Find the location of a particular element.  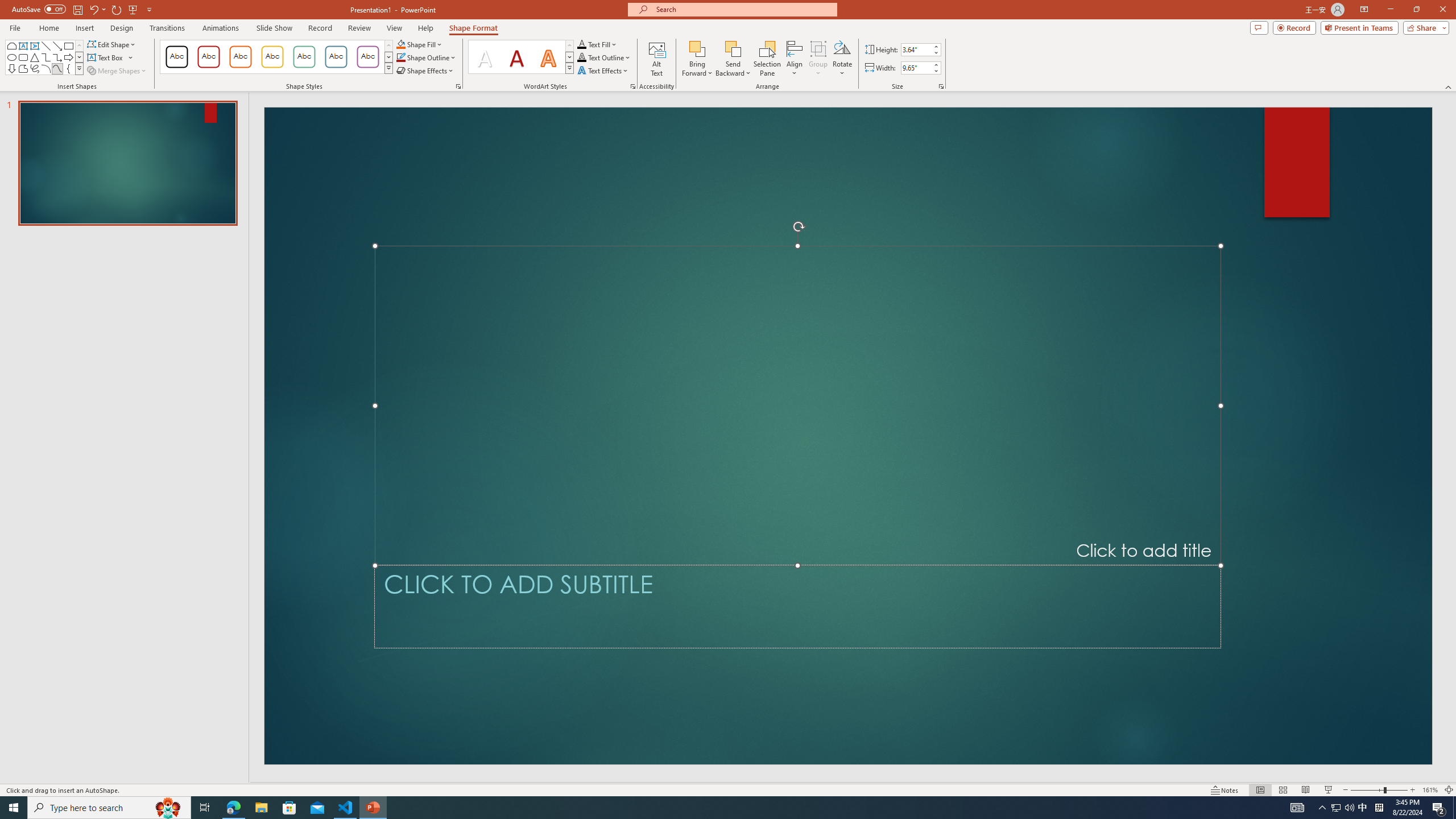

'Edit Shape' is located at coordinates (112, 44).